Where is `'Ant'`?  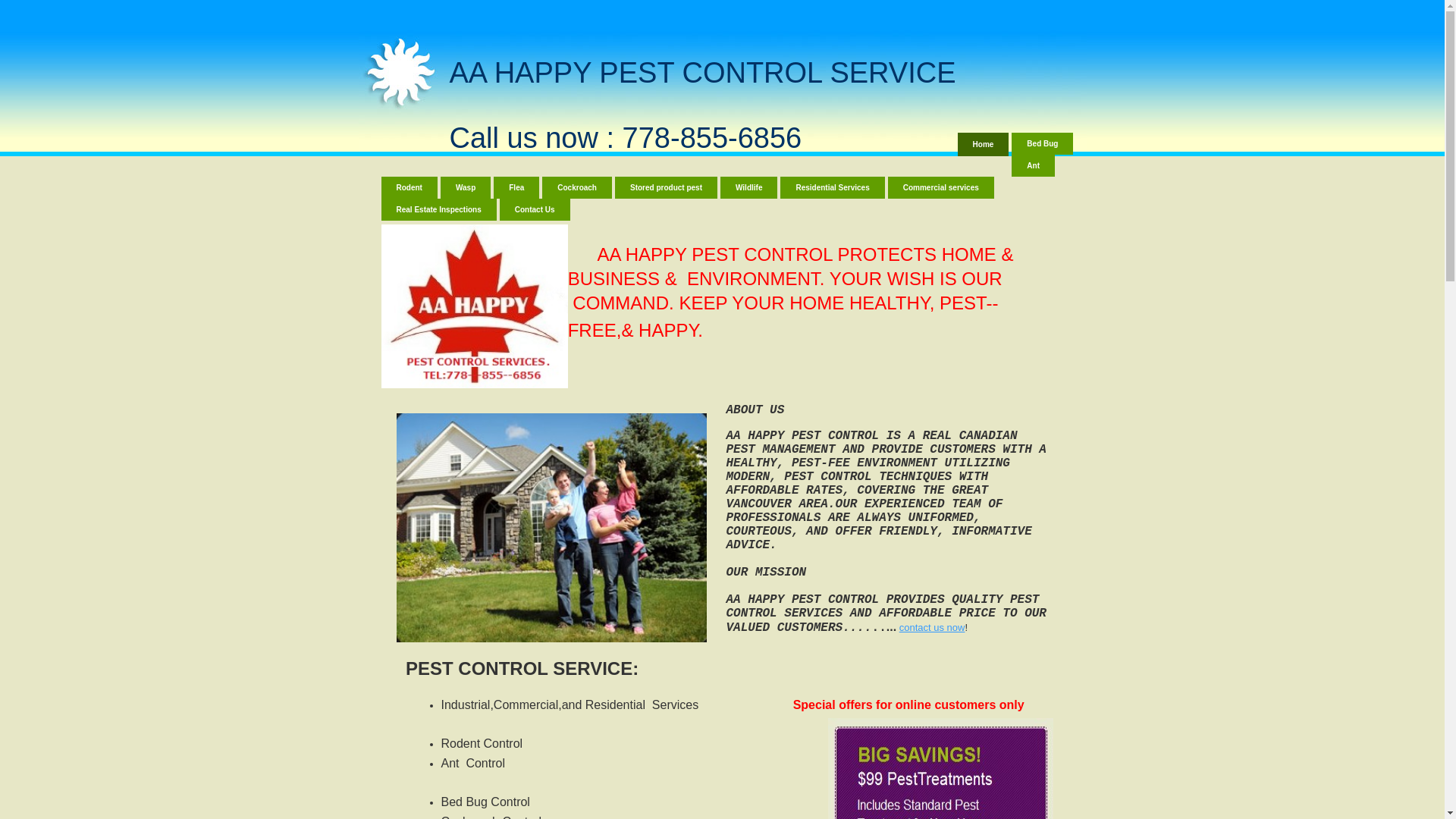 'Ant' is located at coordinates (1032, 165).